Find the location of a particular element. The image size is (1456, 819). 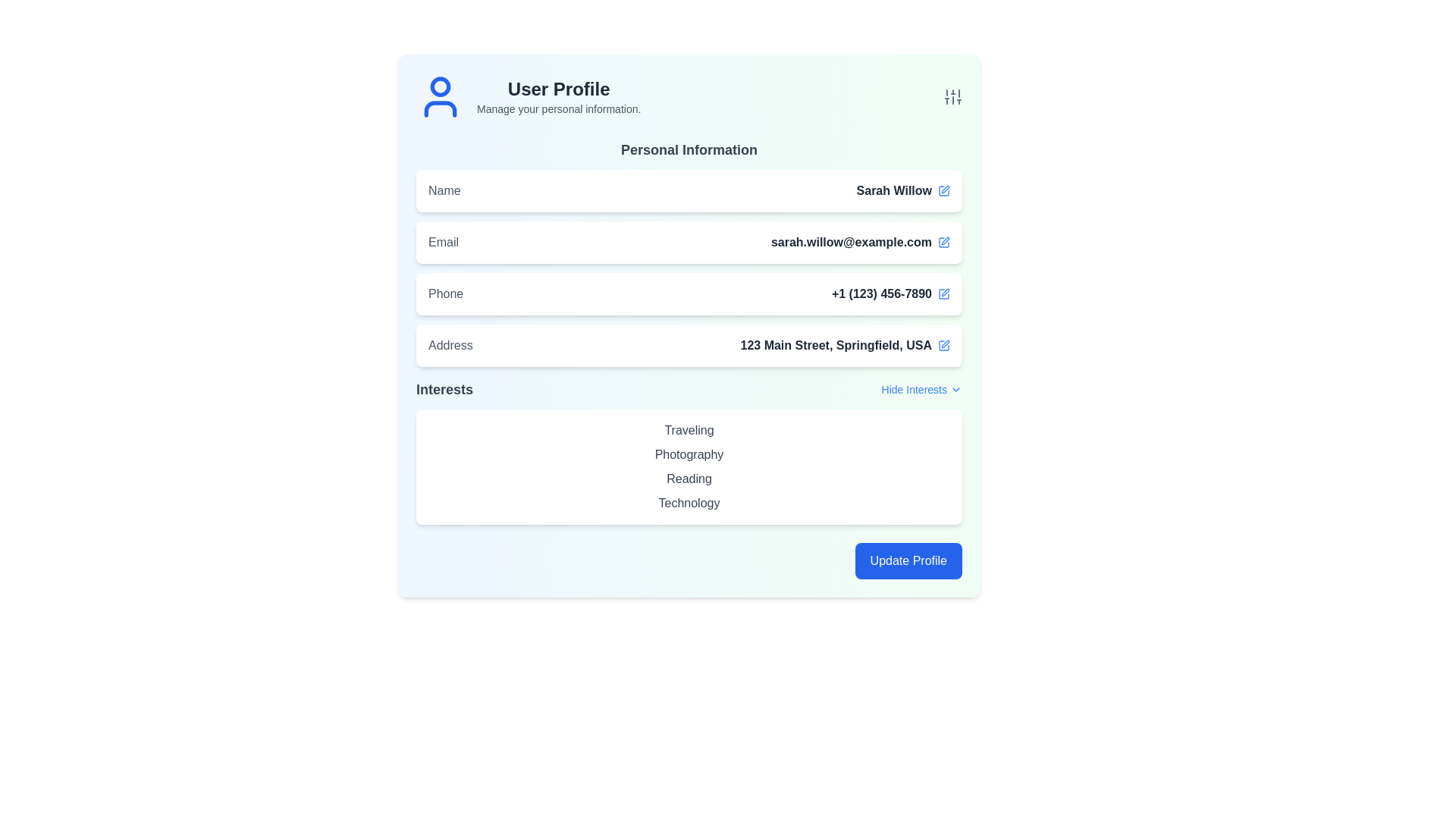

guidance text 'Manage your personal information.' located below the 'User Profile' heading, aligned to the left is located at coordinates (558, 108).